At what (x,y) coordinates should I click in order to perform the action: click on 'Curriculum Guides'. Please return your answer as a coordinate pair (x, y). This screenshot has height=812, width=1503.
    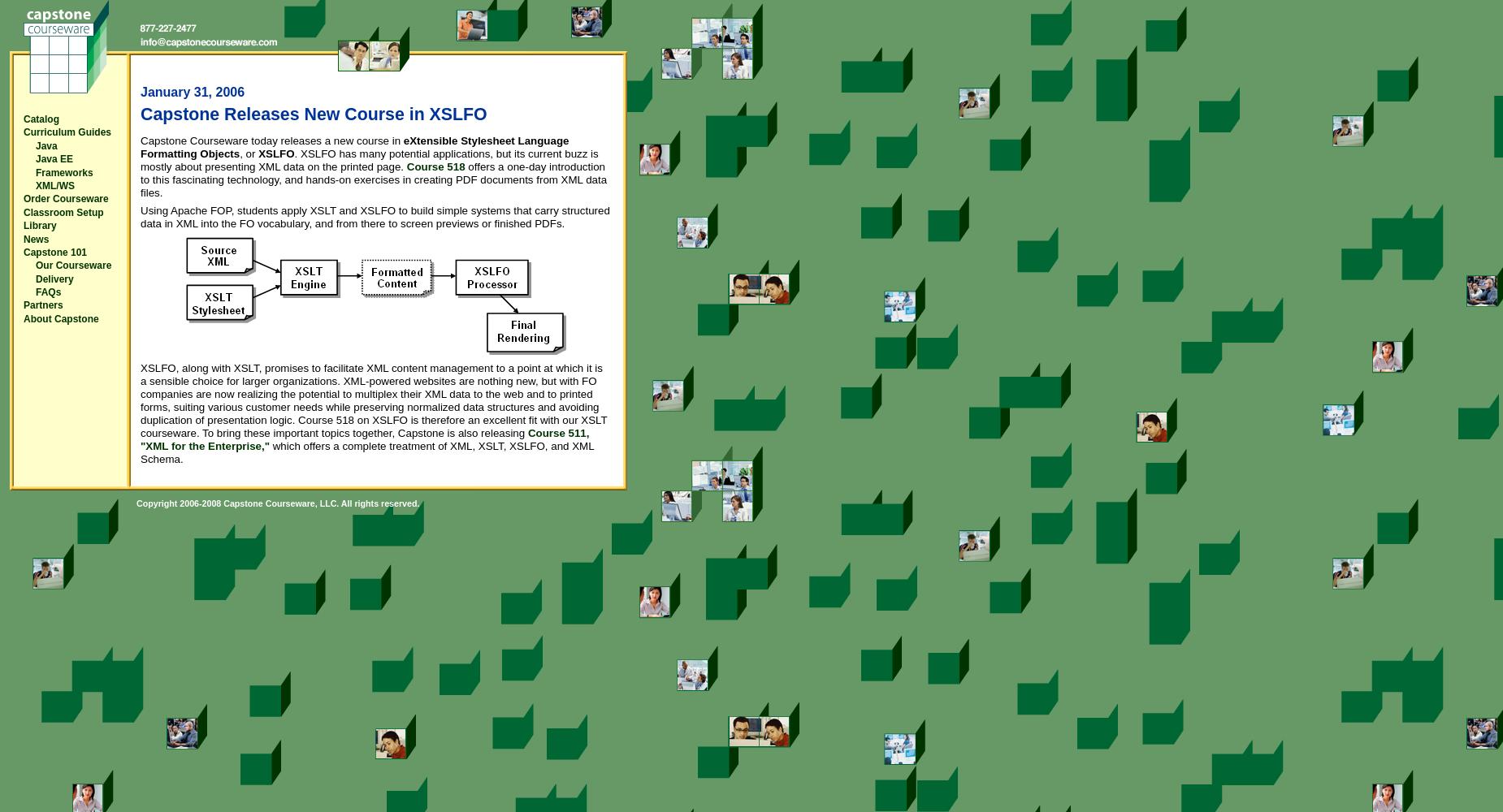
    Looking at the image, I should click on (23, 132).